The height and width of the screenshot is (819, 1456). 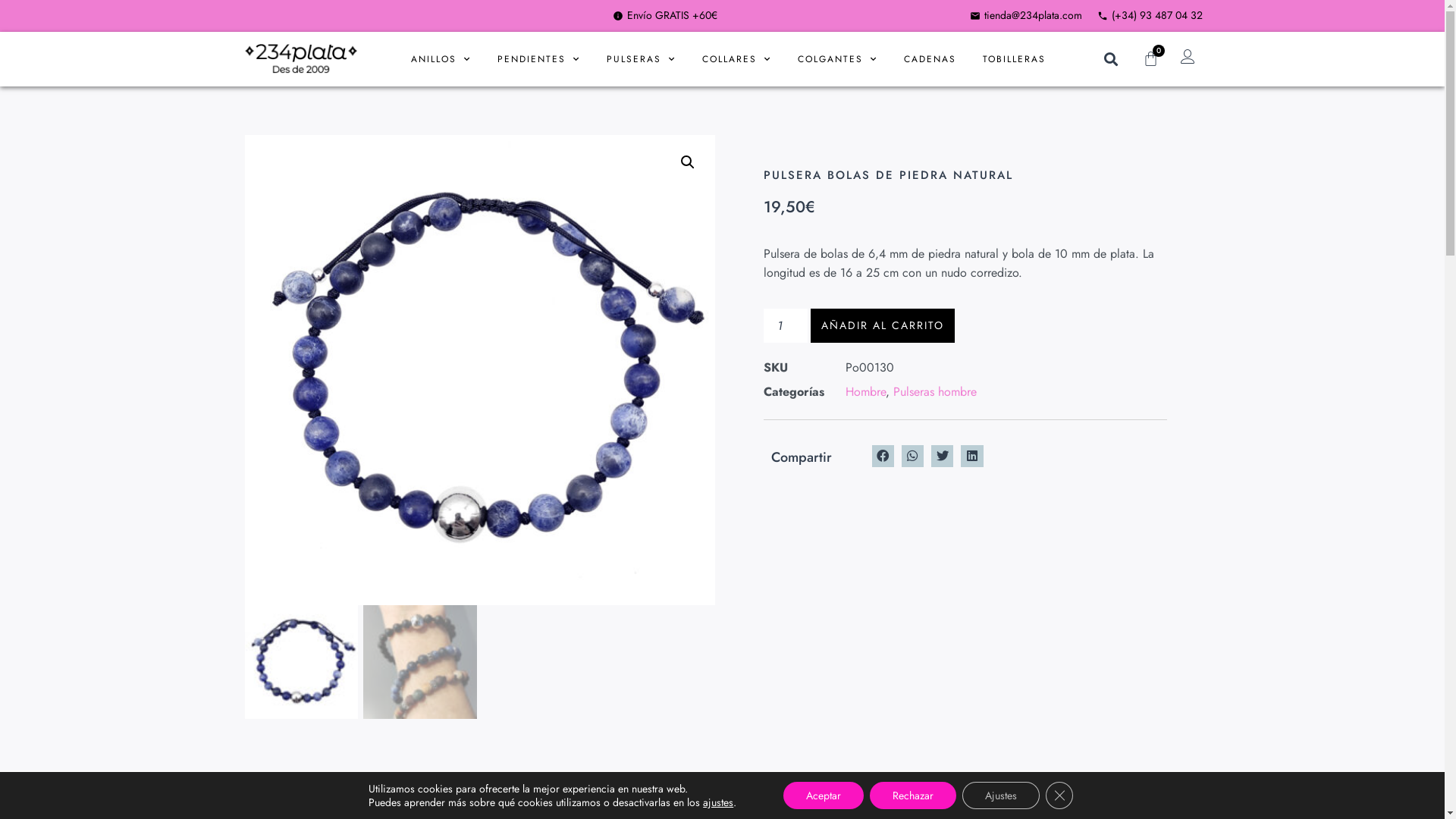 I want to click on '(+34) 93 487 04 32', so click(x=1148, y=15).